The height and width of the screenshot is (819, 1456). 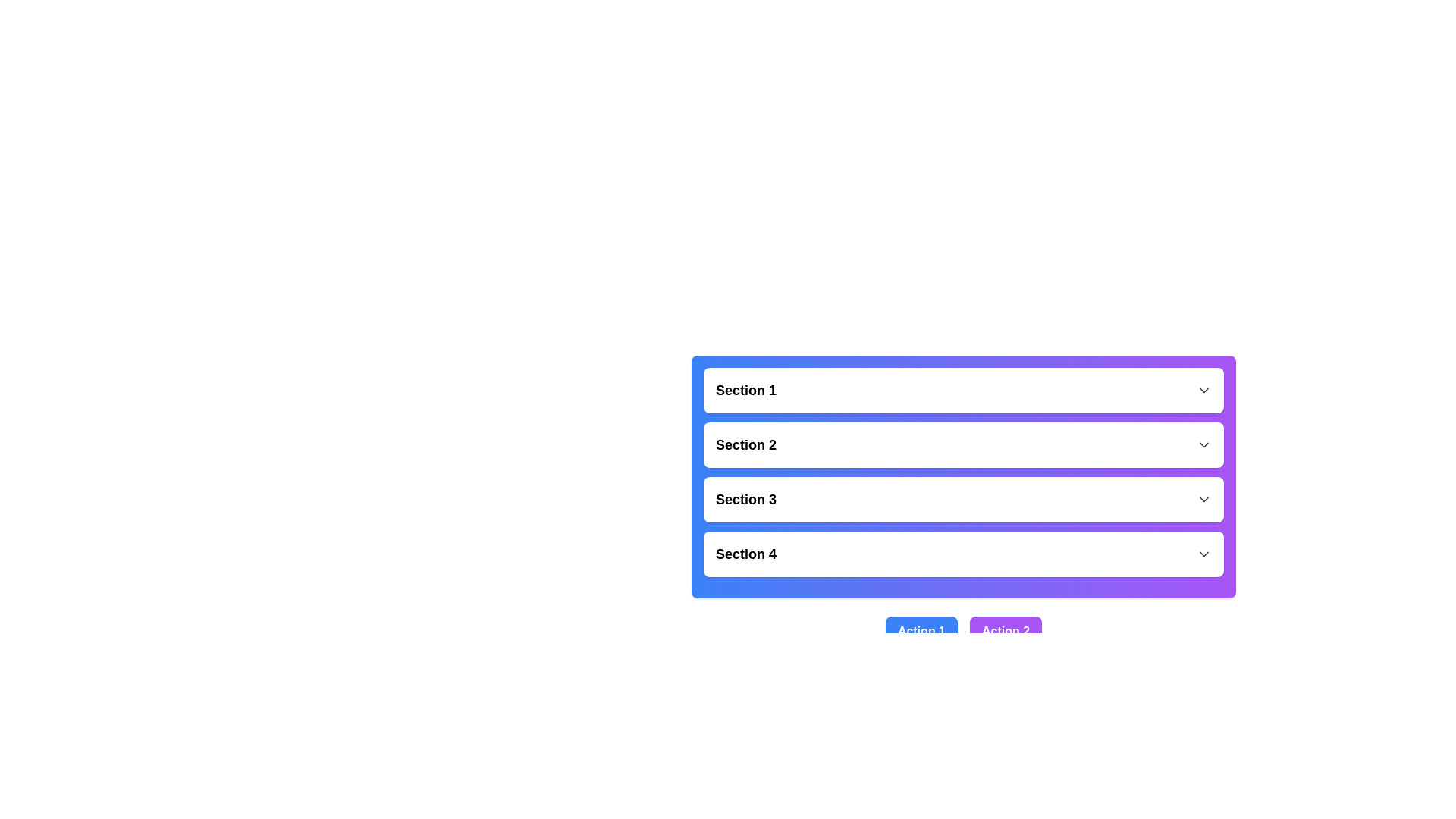 What do you see at coordinates (921, 632) in the screenshot?
I see `the button labeled 'Action 1'` at bounding box center [921, 632].